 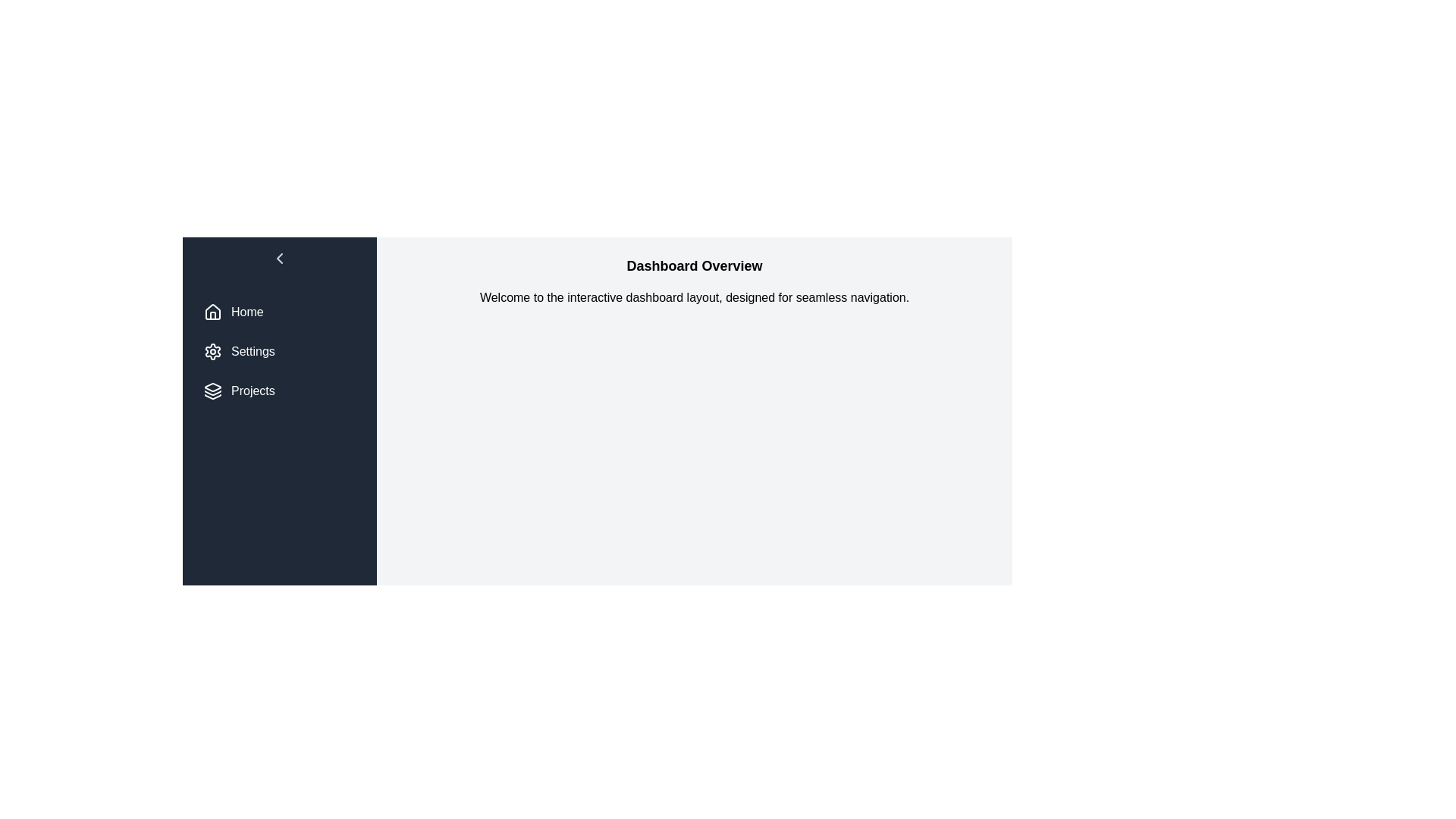 What do you see at coordinates (253, 391) in the screenshot?
I see `the 'Projects' text label in the sidebar navigation menu, which displays the word 'Projects' in white on a dark background and is aligned with an icon of layered elements` at bounding box center [253, 391].